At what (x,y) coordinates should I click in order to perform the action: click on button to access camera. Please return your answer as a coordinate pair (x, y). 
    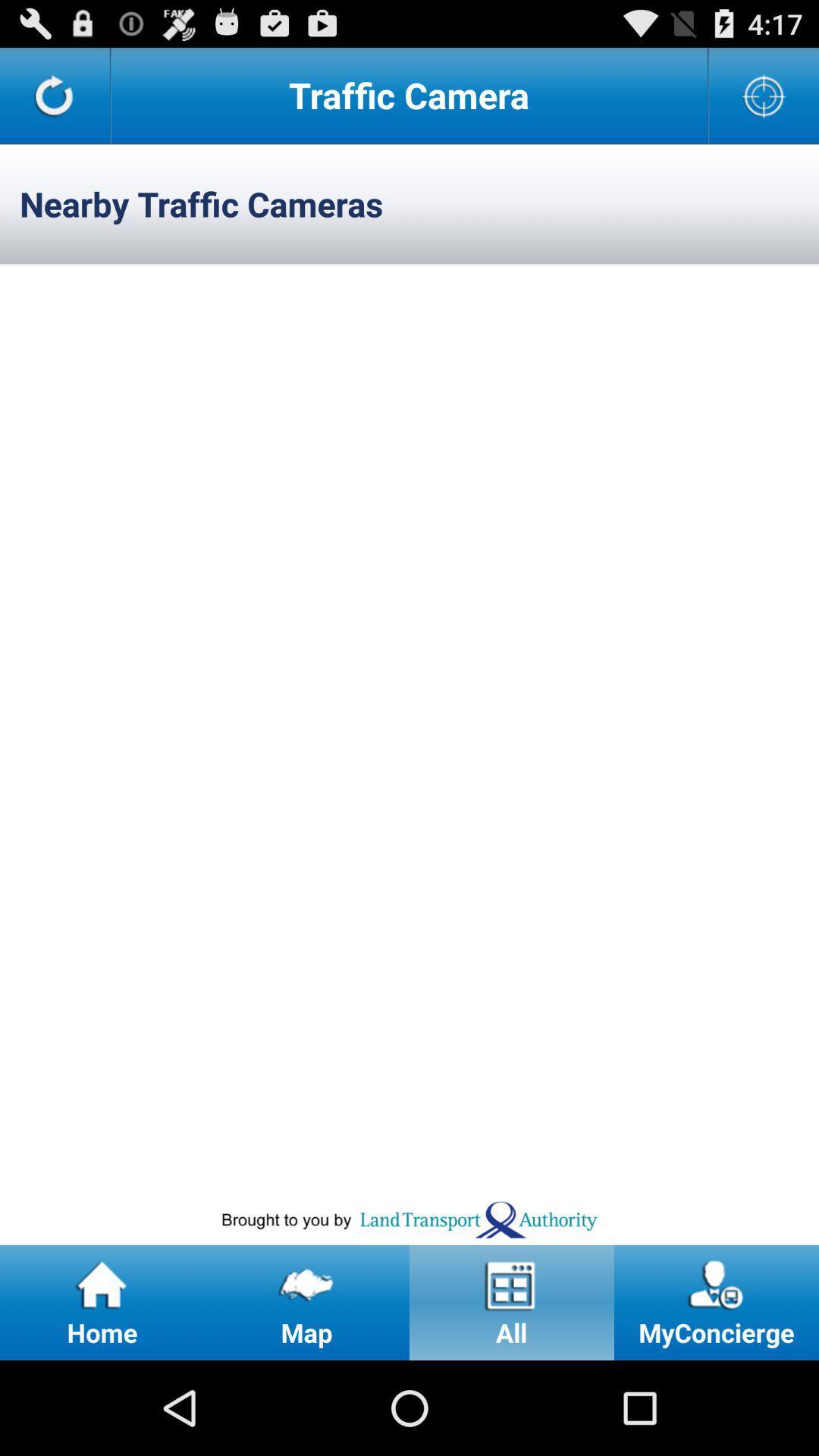
    Looking at the image, I should click on (764, 94).